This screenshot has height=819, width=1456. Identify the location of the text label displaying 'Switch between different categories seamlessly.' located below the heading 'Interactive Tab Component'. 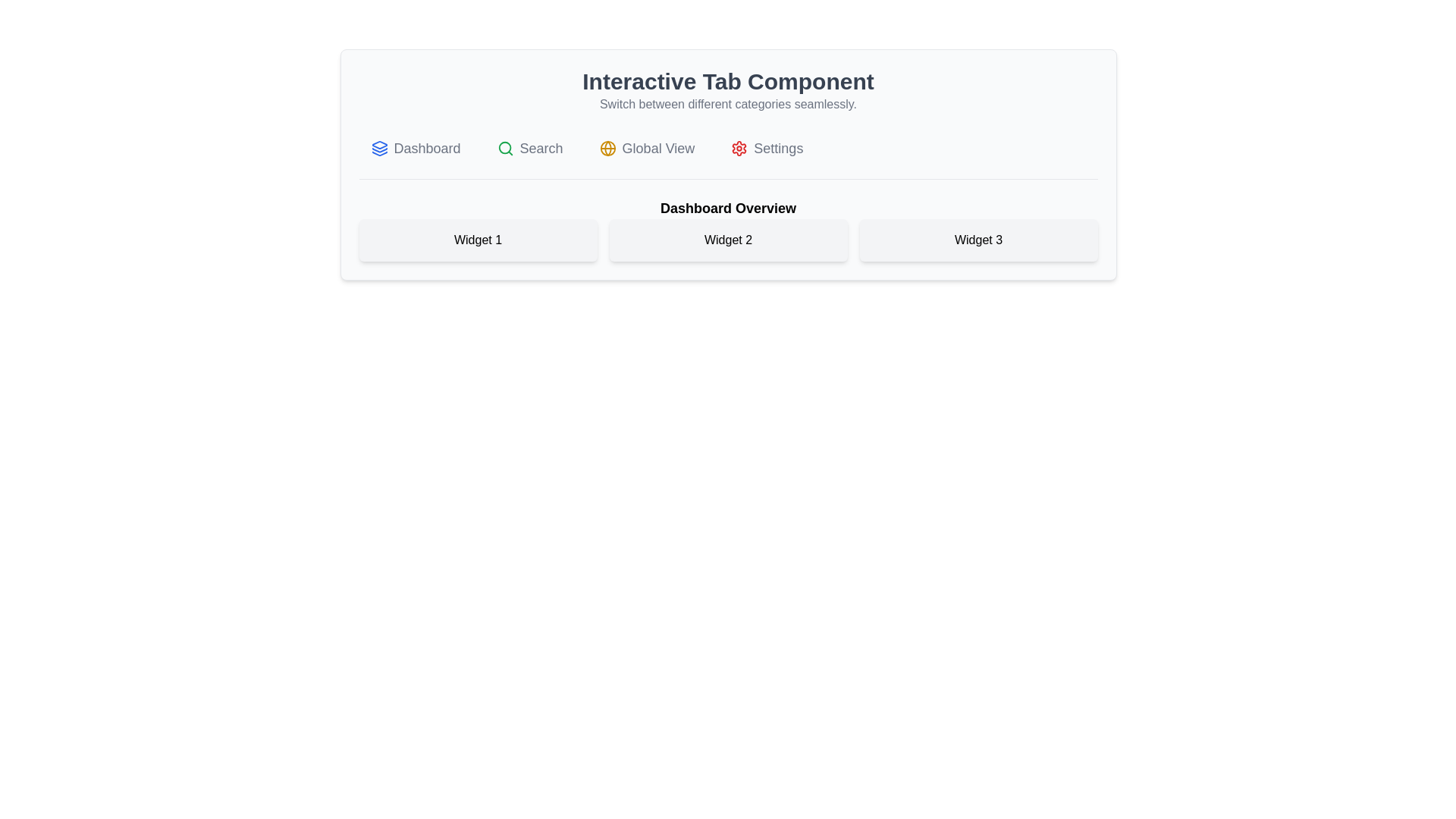
(728, 104).